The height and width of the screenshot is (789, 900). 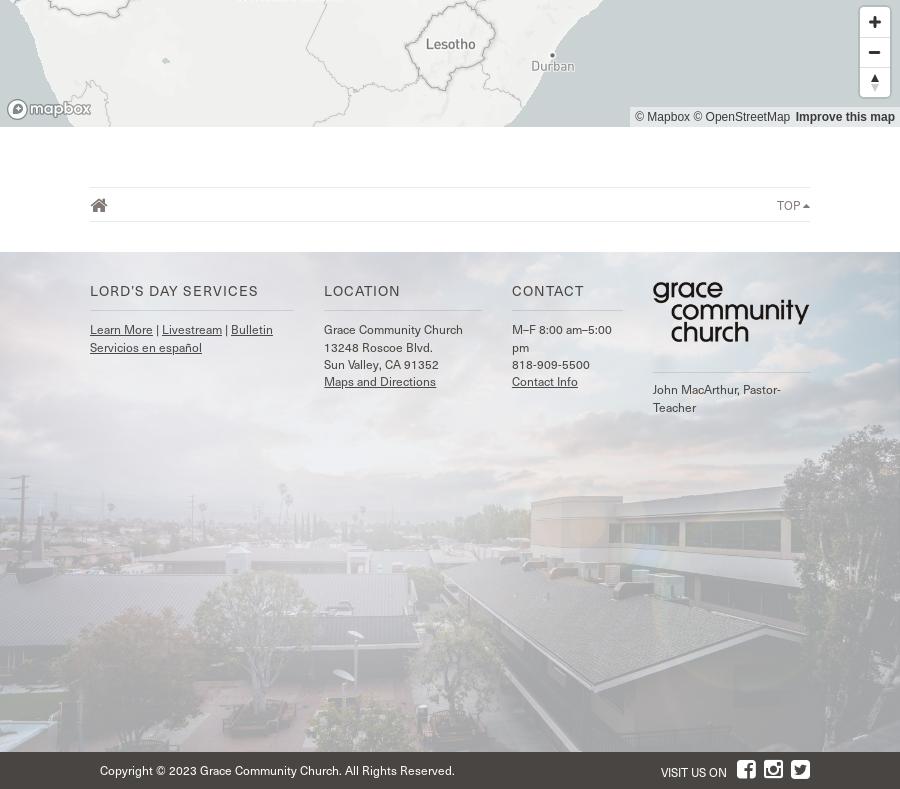 I want to click on 'Servicios en español', so click(x=145, y=344).